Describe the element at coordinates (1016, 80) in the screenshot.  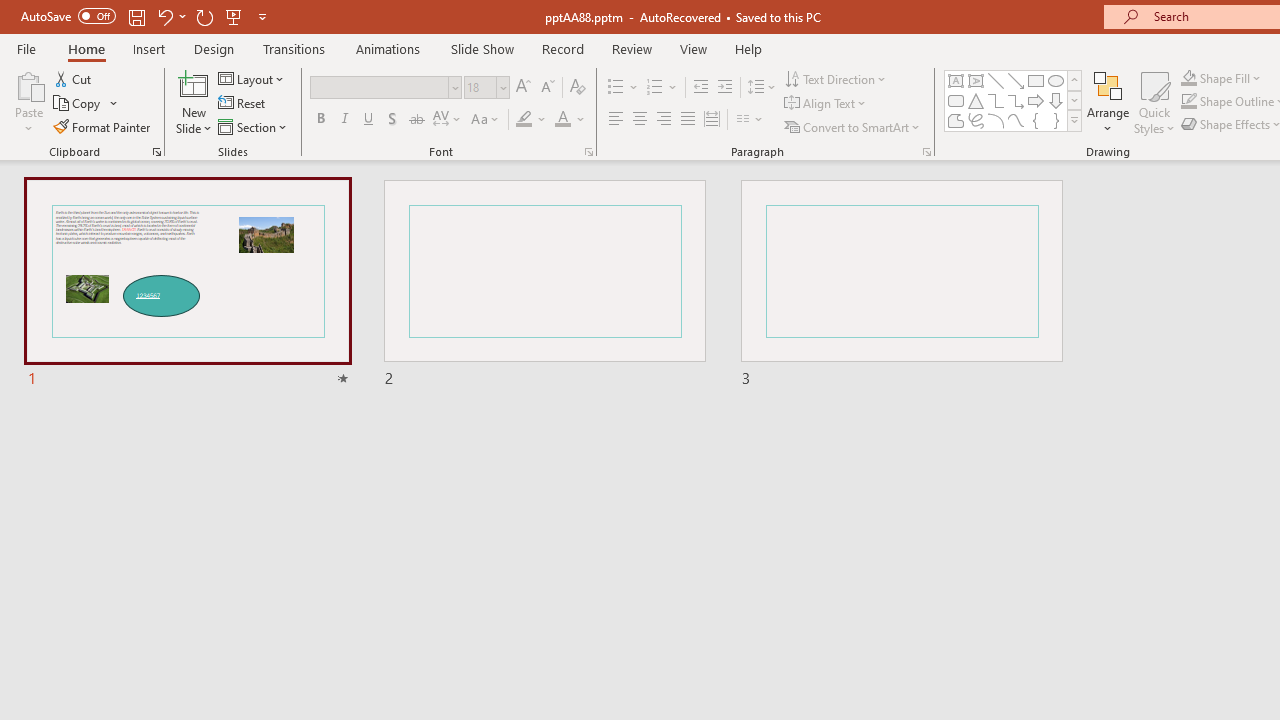
I see `'Line Arrow'` at that location.